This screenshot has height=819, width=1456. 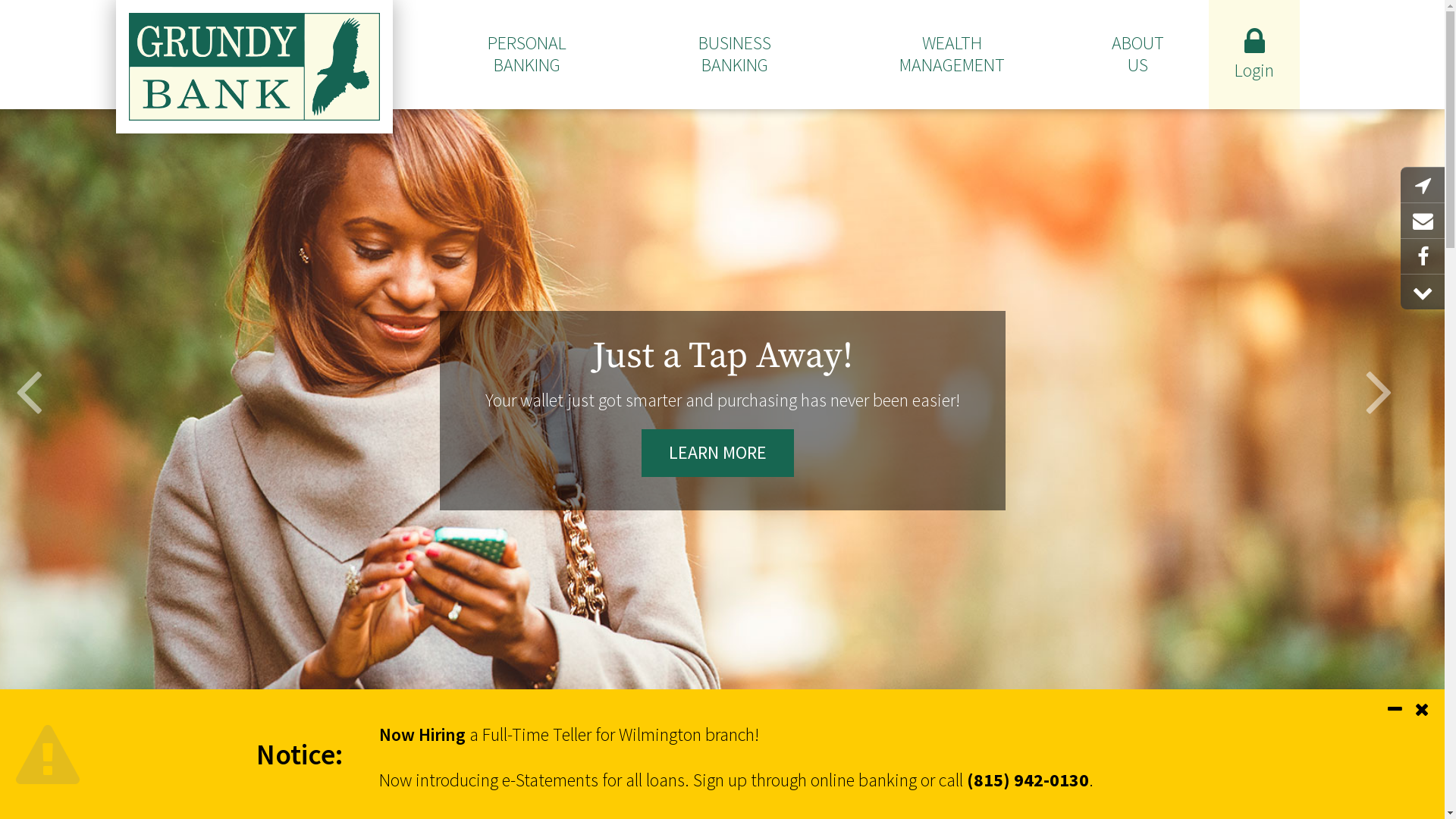 I want to click on 'Login', so click(x=1254, y=54).